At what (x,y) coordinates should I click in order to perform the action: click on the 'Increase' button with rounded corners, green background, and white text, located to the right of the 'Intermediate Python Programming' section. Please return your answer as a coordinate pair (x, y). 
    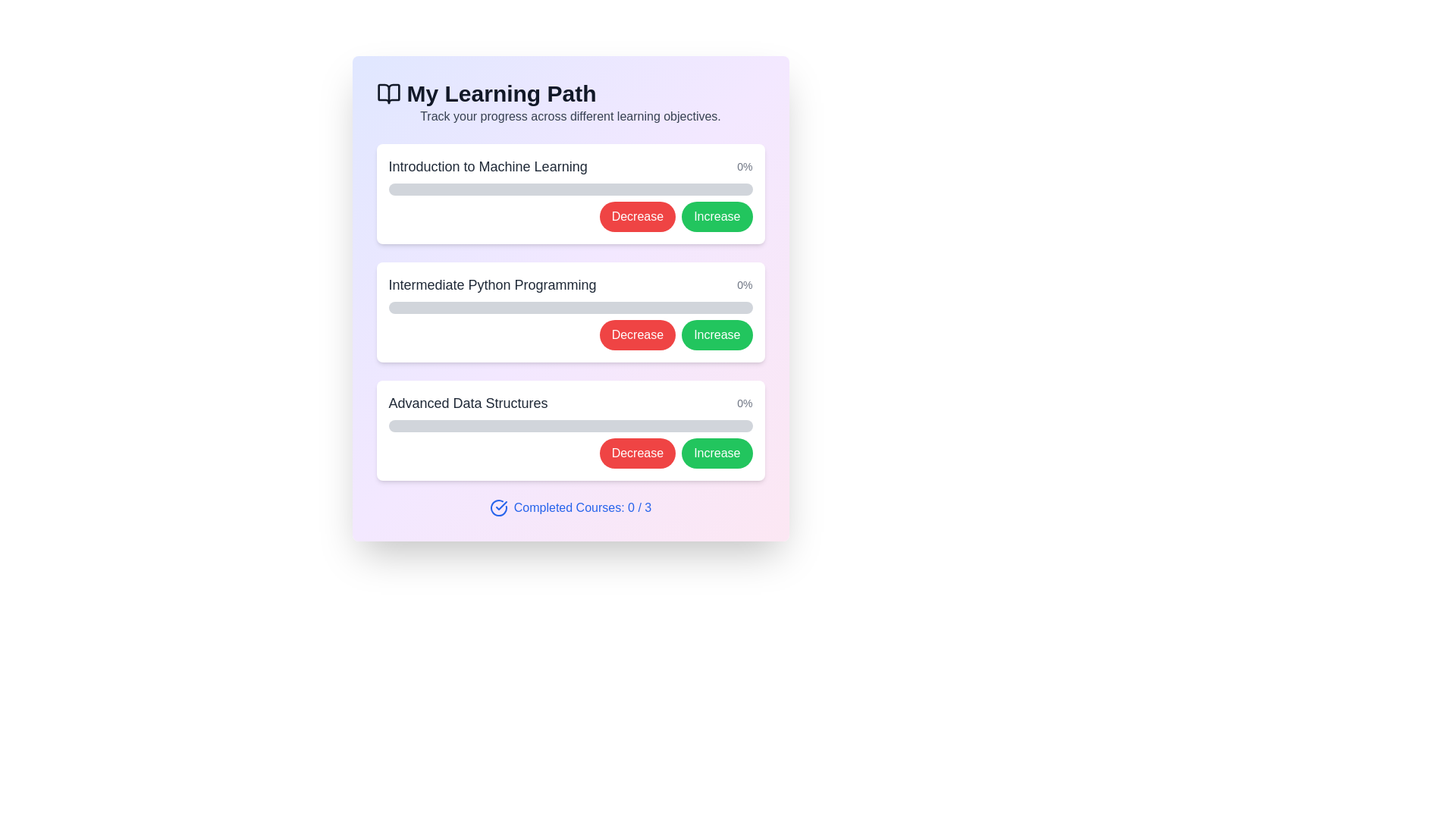
    Looking at the image, I should click on (716, 334).